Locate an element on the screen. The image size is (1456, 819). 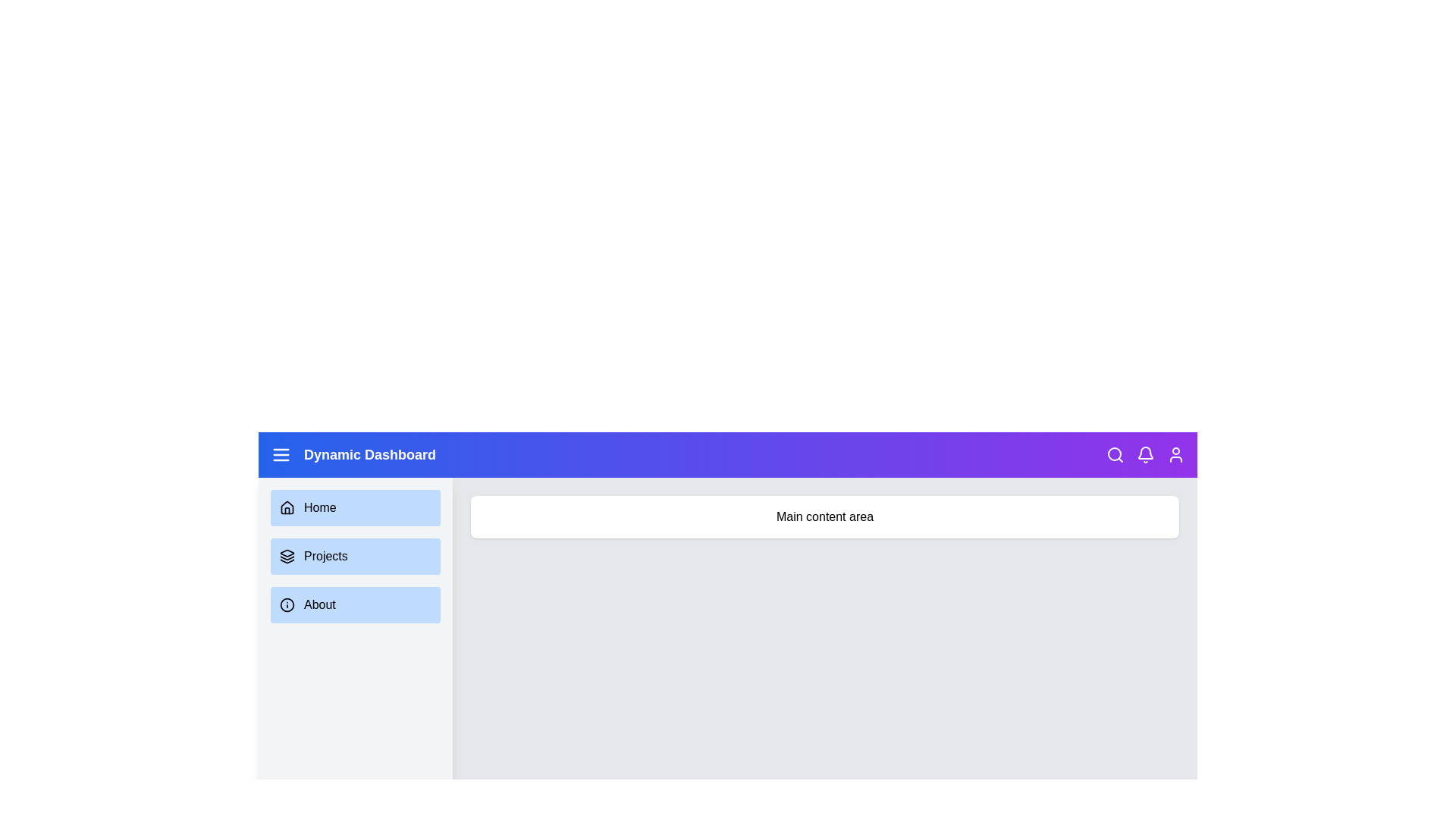
the navigation item Projects to navigate to the respective section is located at coordinates (355, 556).